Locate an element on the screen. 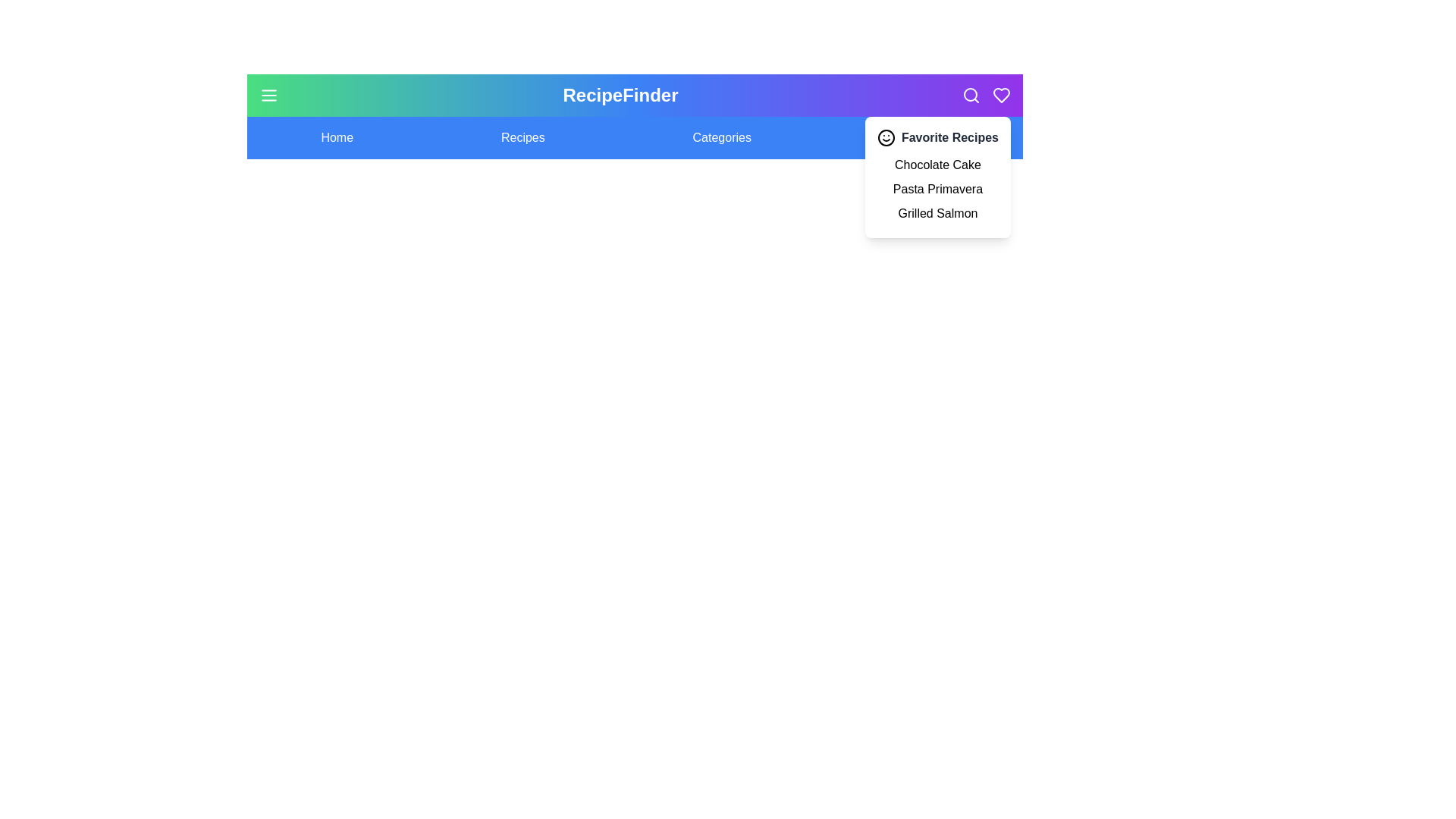 The height and width of the screenshot is (819, 1456). the heart_icon to observe its hover effect is located at coordinates (1001, 96).